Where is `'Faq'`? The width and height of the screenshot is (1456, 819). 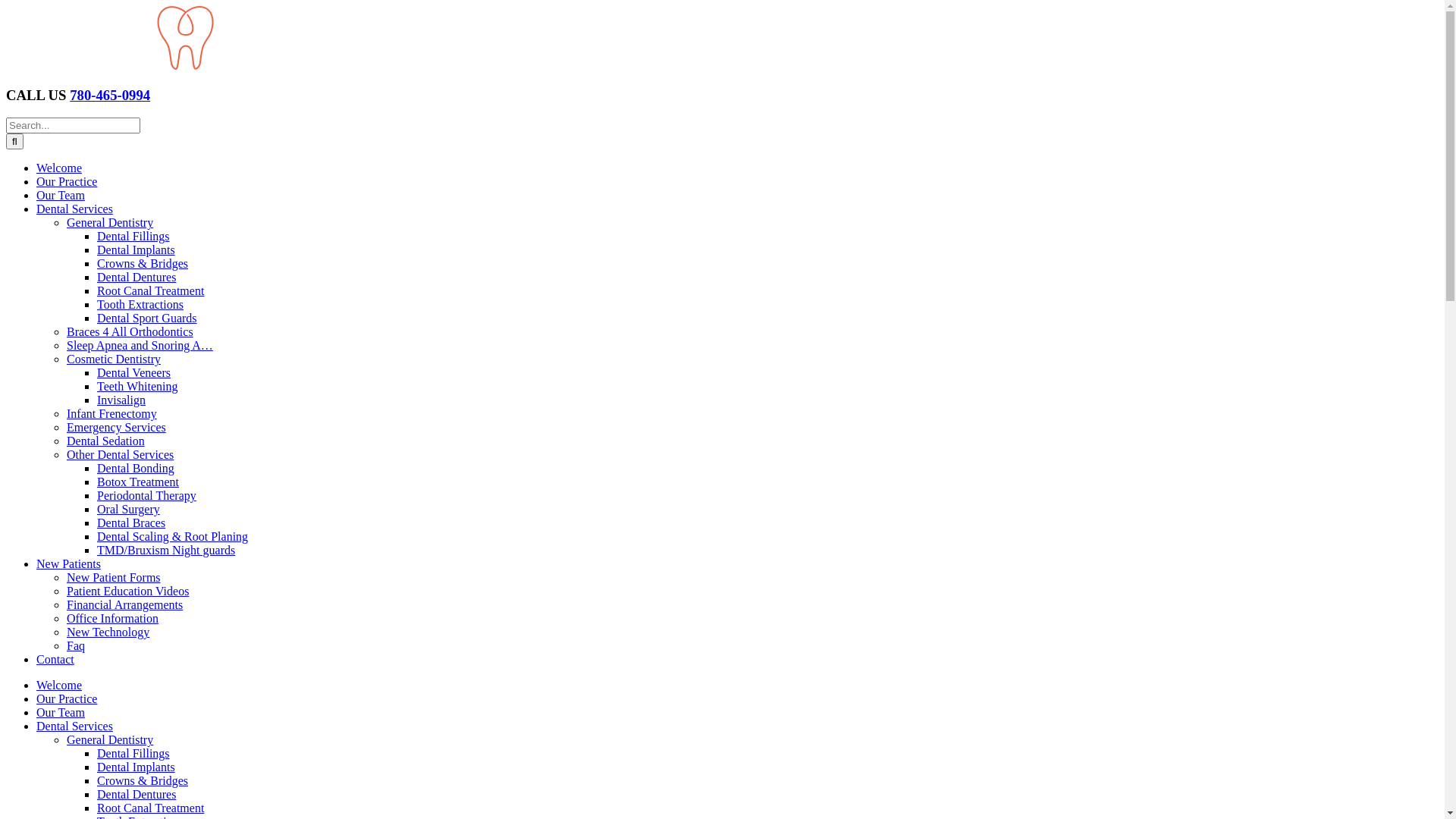 'Faq' is located at coordinates (75, 645).